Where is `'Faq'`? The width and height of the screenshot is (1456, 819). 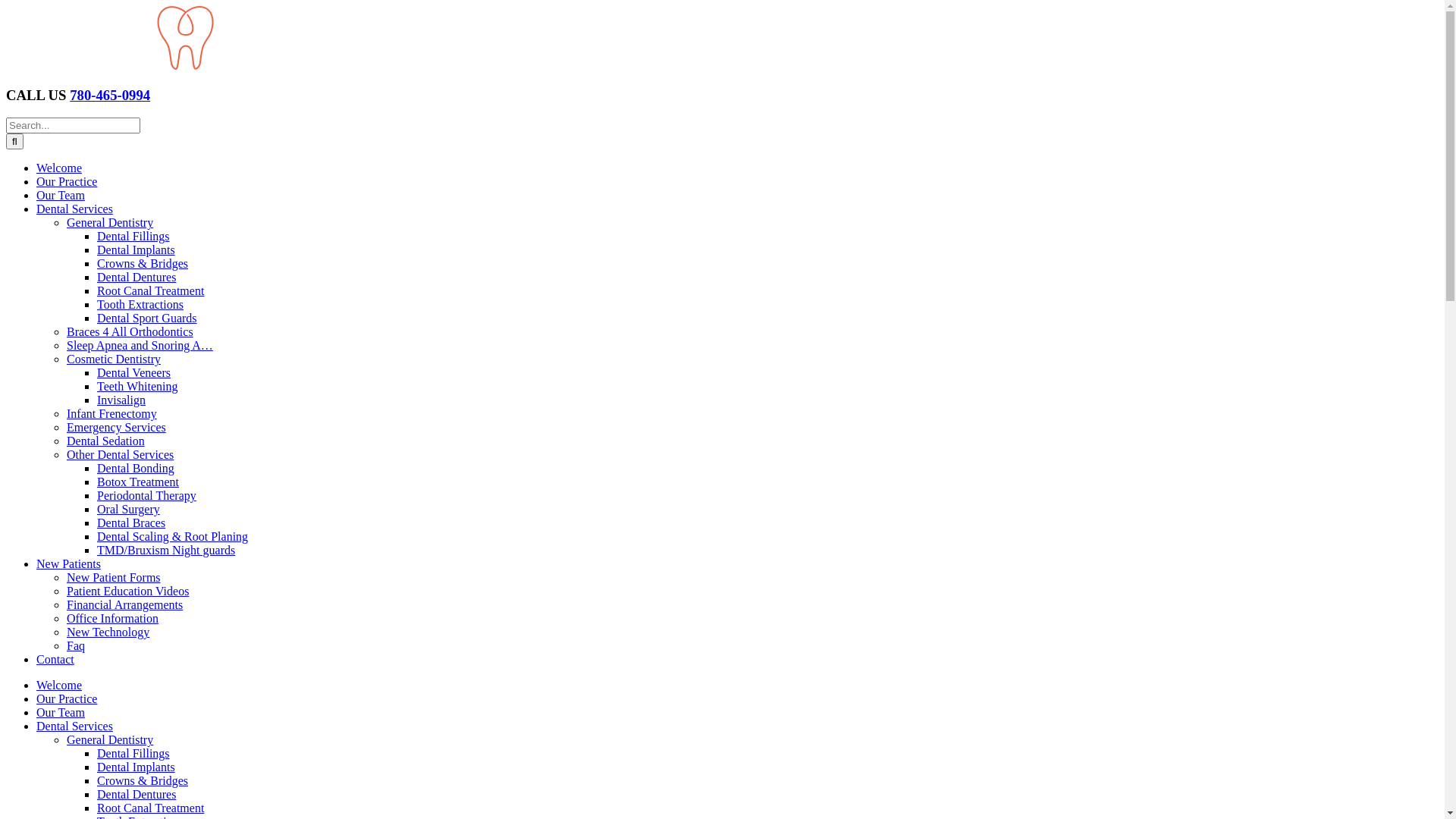 'Faq' is located at coordinates (75, 645).